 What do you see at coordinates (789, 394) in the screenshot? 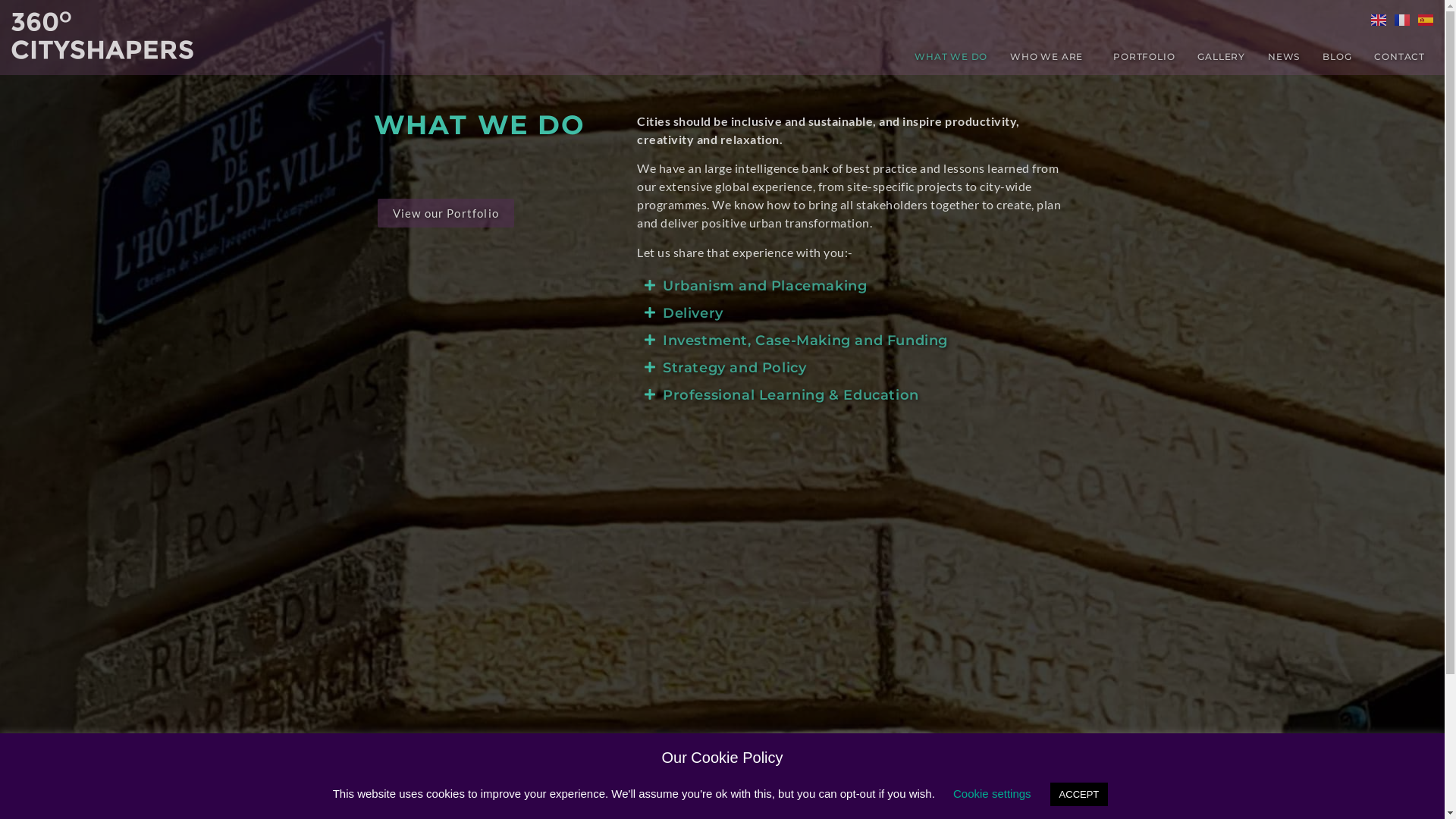
I see `'Professional Learning & Education'` at bounding box center [789, 394].